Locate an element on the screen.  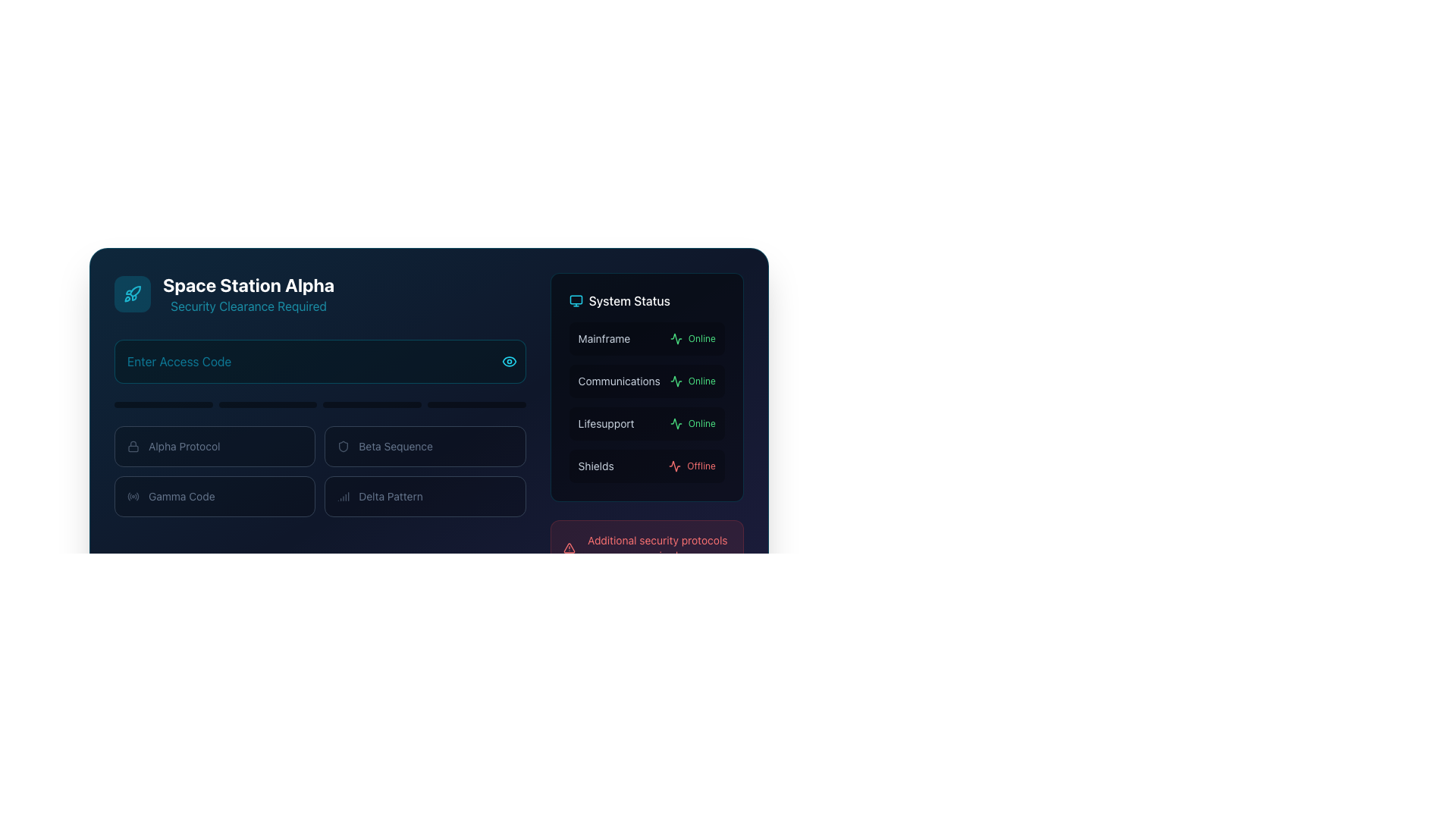
the text label reading 'lifesupport' in the 'System Status' section of the UI, which is styled in slate-gray against a dark background is located at coordinates (605, 424).